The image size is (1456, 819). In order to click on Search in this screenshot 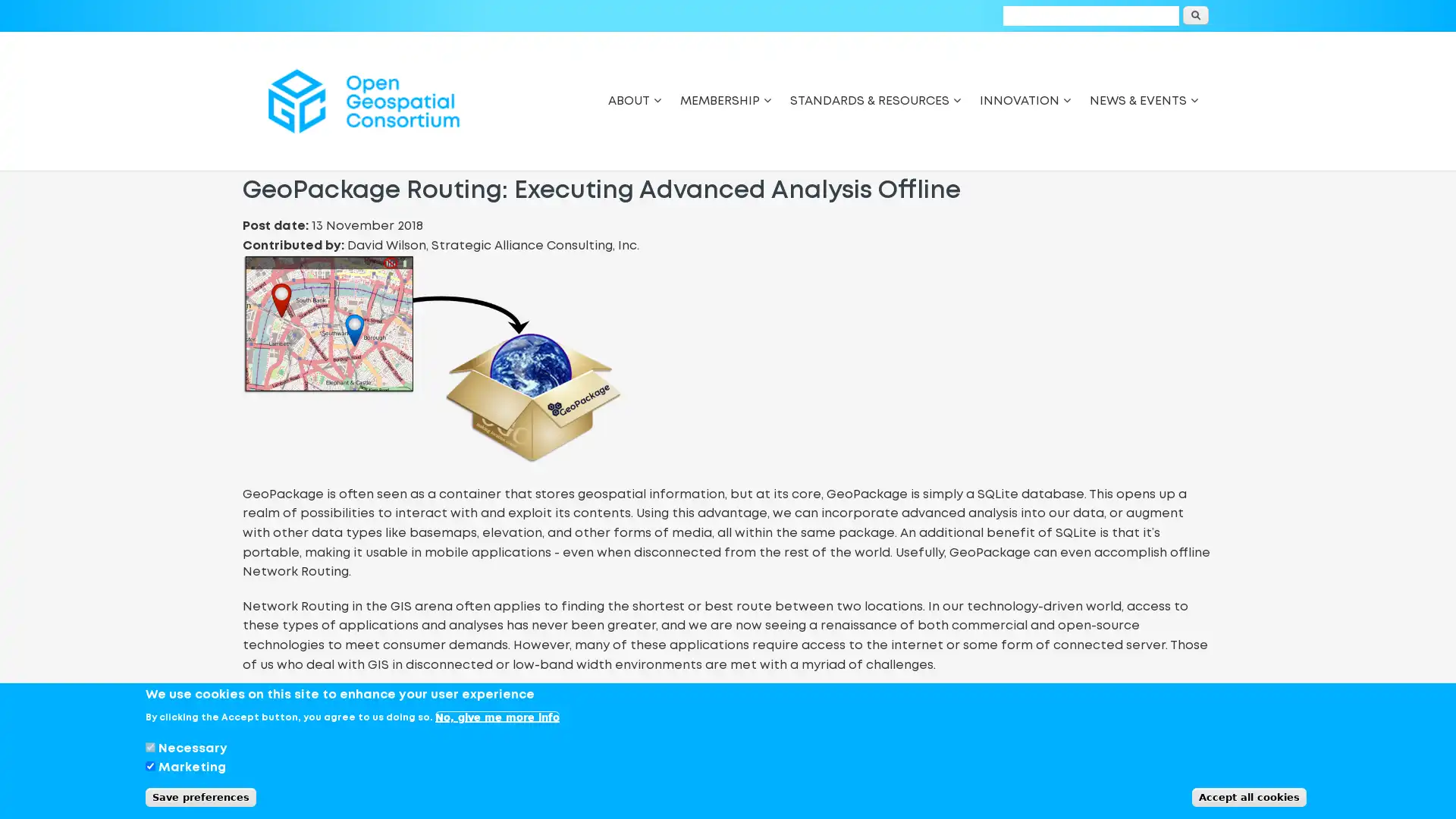, I will do `click(1195, 15)`.